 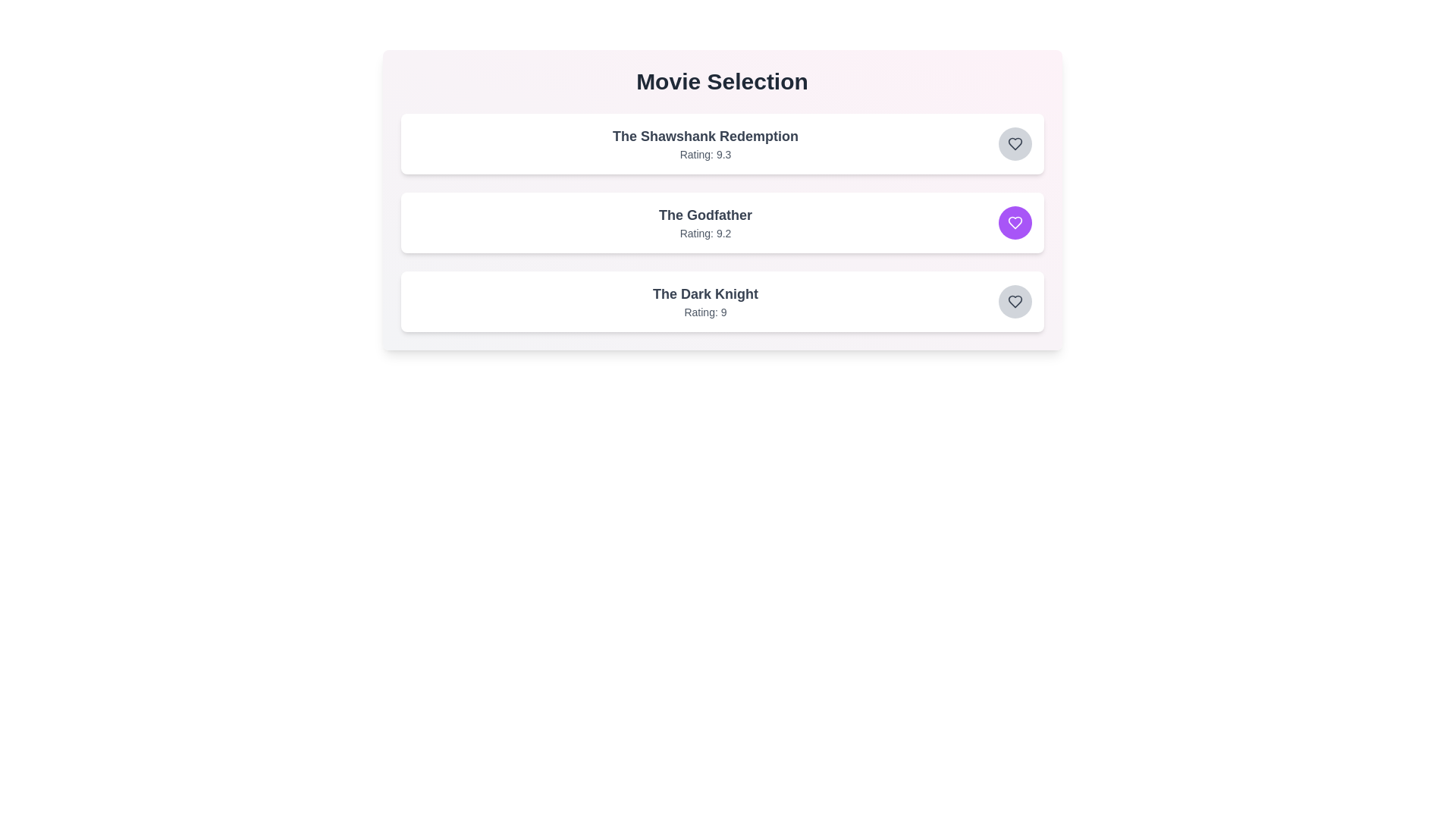 I want to click on the list item with title The Shawshank Redemption, so click(x=704, y=136).